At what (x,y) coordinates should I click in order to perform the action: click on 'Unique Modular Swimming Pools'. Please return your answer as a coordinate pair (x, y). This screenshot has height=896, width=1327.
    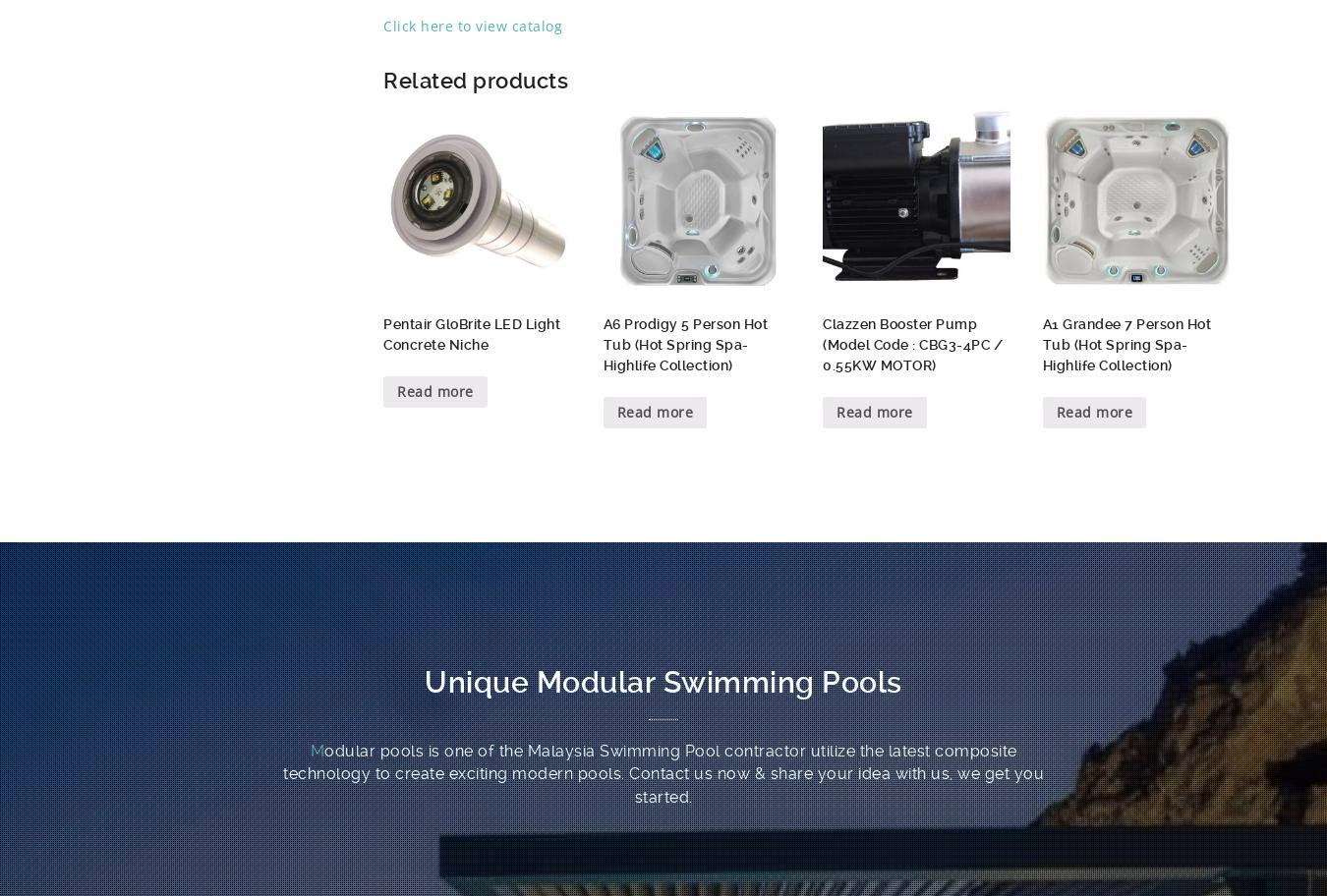
    Looking at the image, I should click on (663, 681).